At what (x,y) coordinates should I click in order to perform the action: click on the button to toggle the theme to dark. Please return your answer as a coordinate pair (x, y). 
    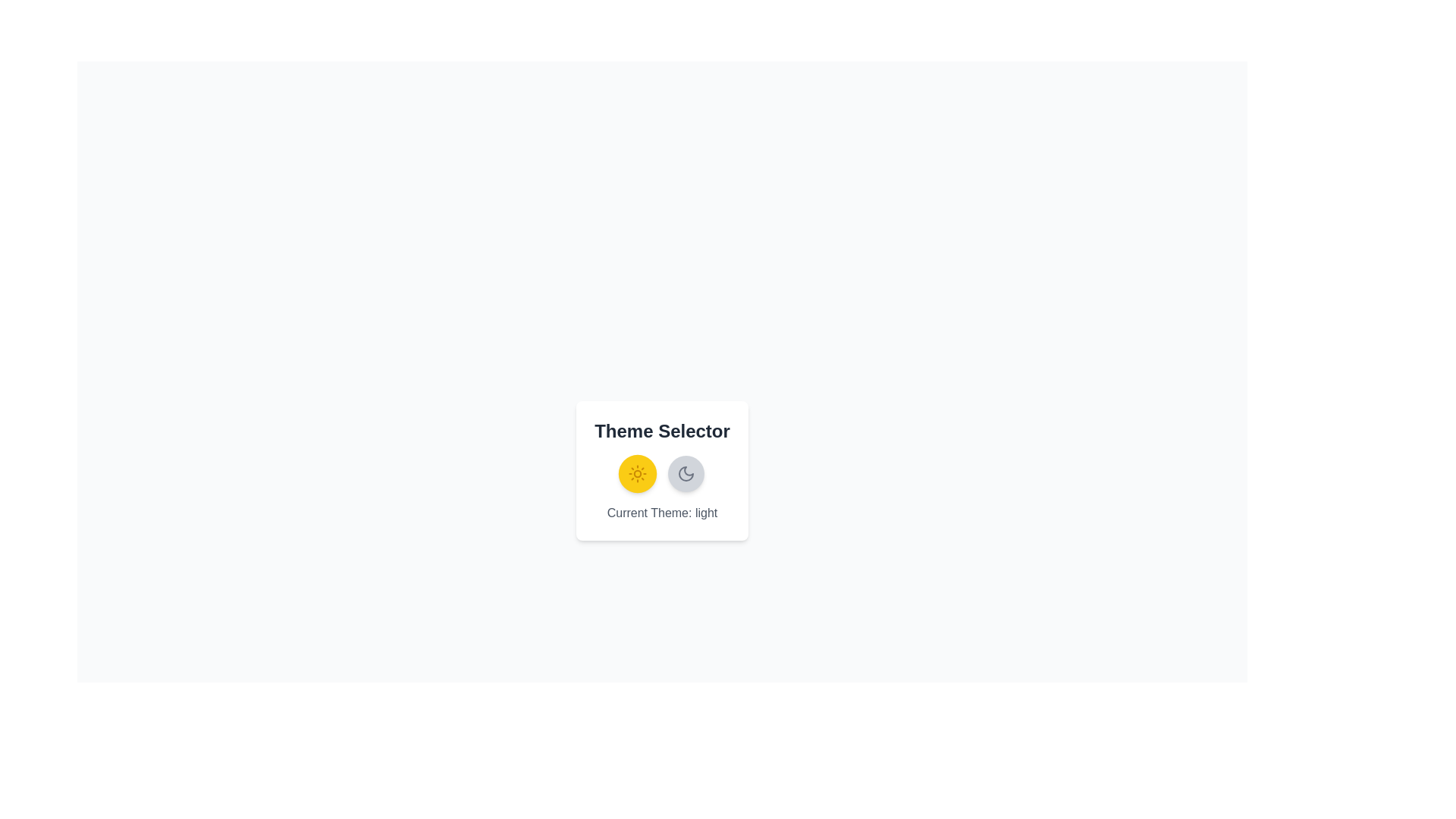
    Looking at the image, I should click on (686, 472).